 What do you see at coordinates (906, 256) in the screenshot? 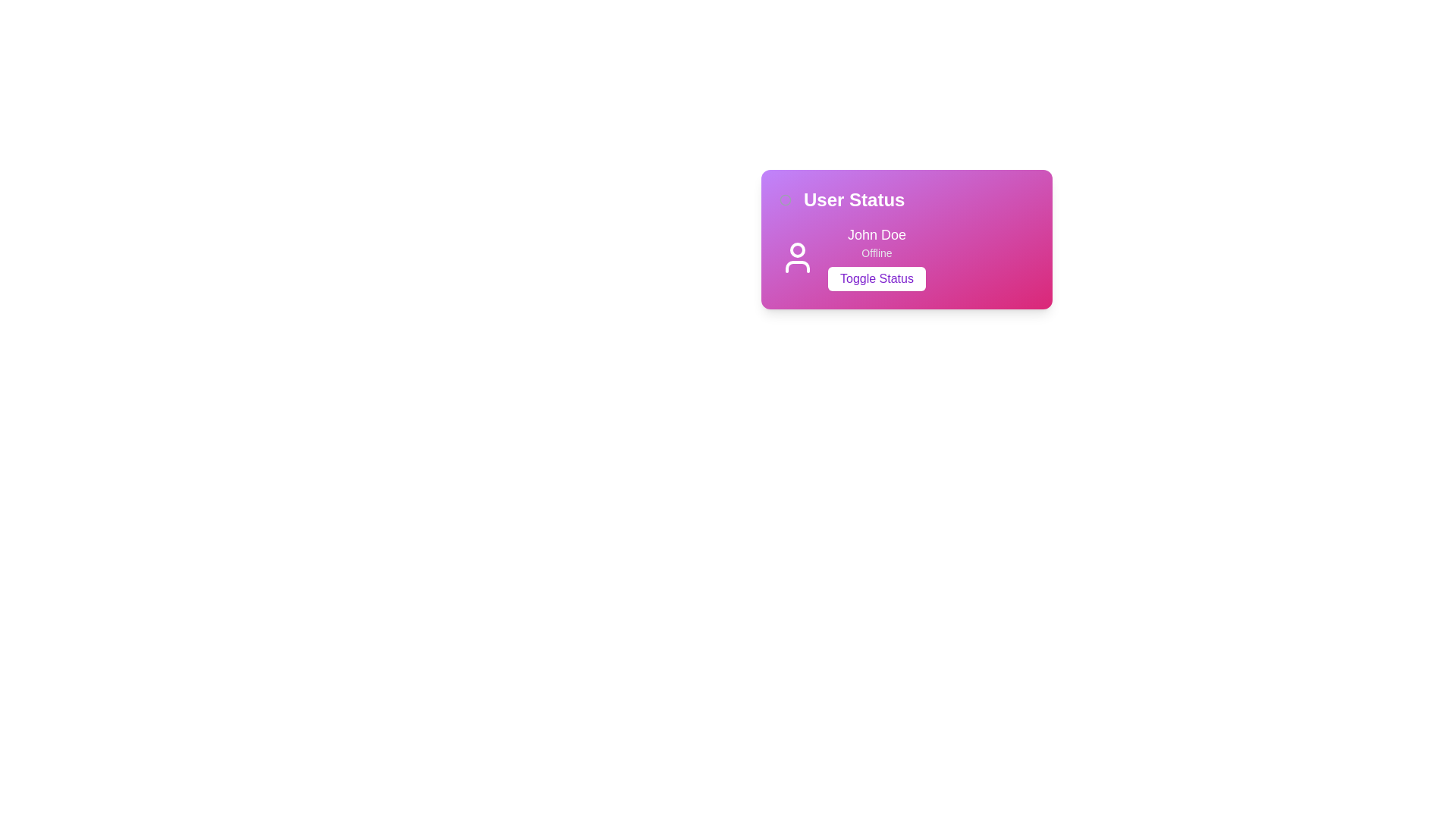
I see `the 'Toggle Status' button located in the lower central portion of the 'User Status' card, which displays the user's profile picture, name, and current online status ('Offline')` at bounding box center [906, 256].